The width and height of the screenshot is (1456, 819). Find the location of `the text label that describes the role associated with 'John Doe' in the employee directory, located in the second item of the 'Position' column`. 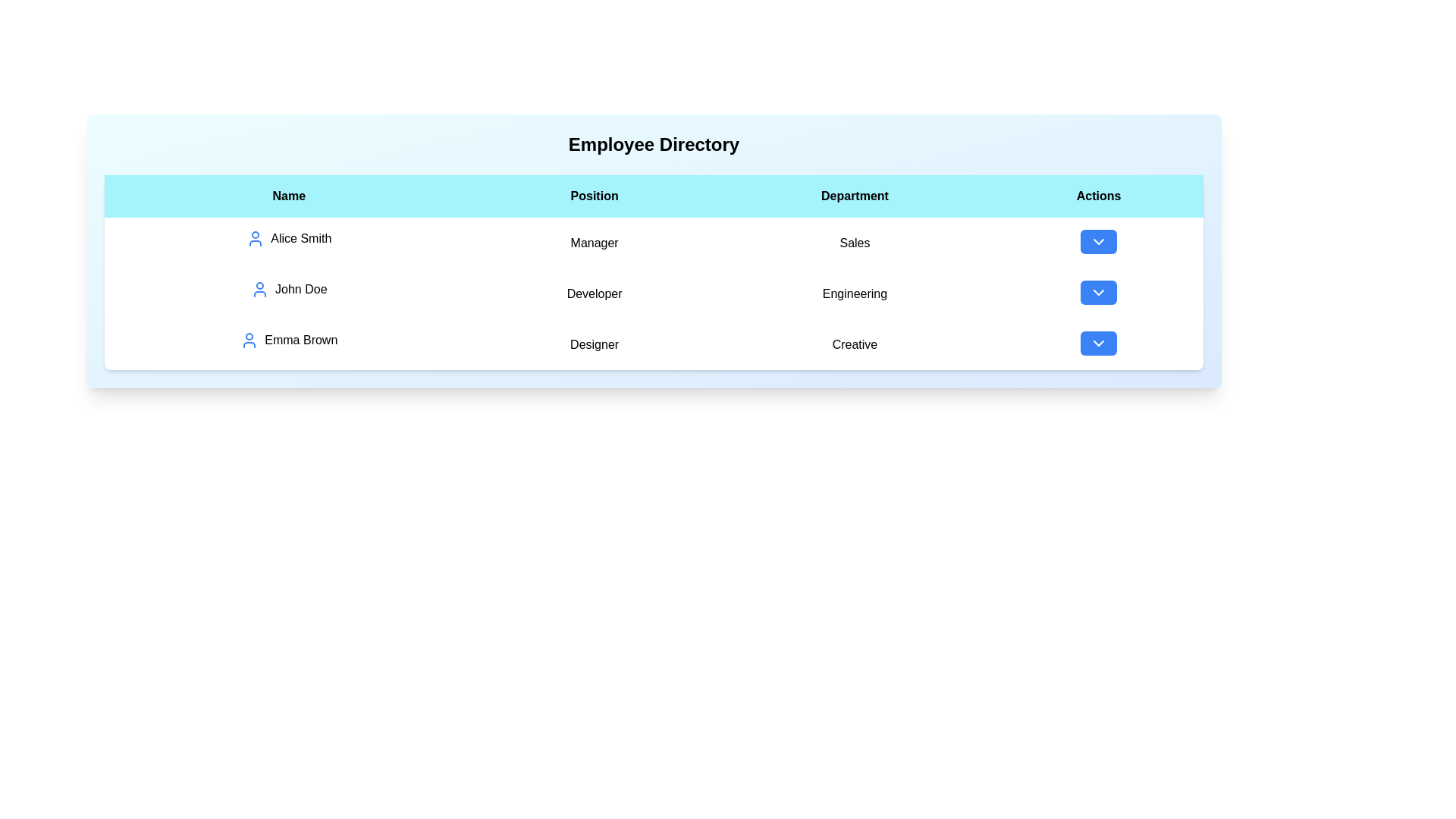

the text label that describes the role associated with 'John Doe' in the employee directory, located in the second item of the 'Position' column is located at coordinates (594, 293).